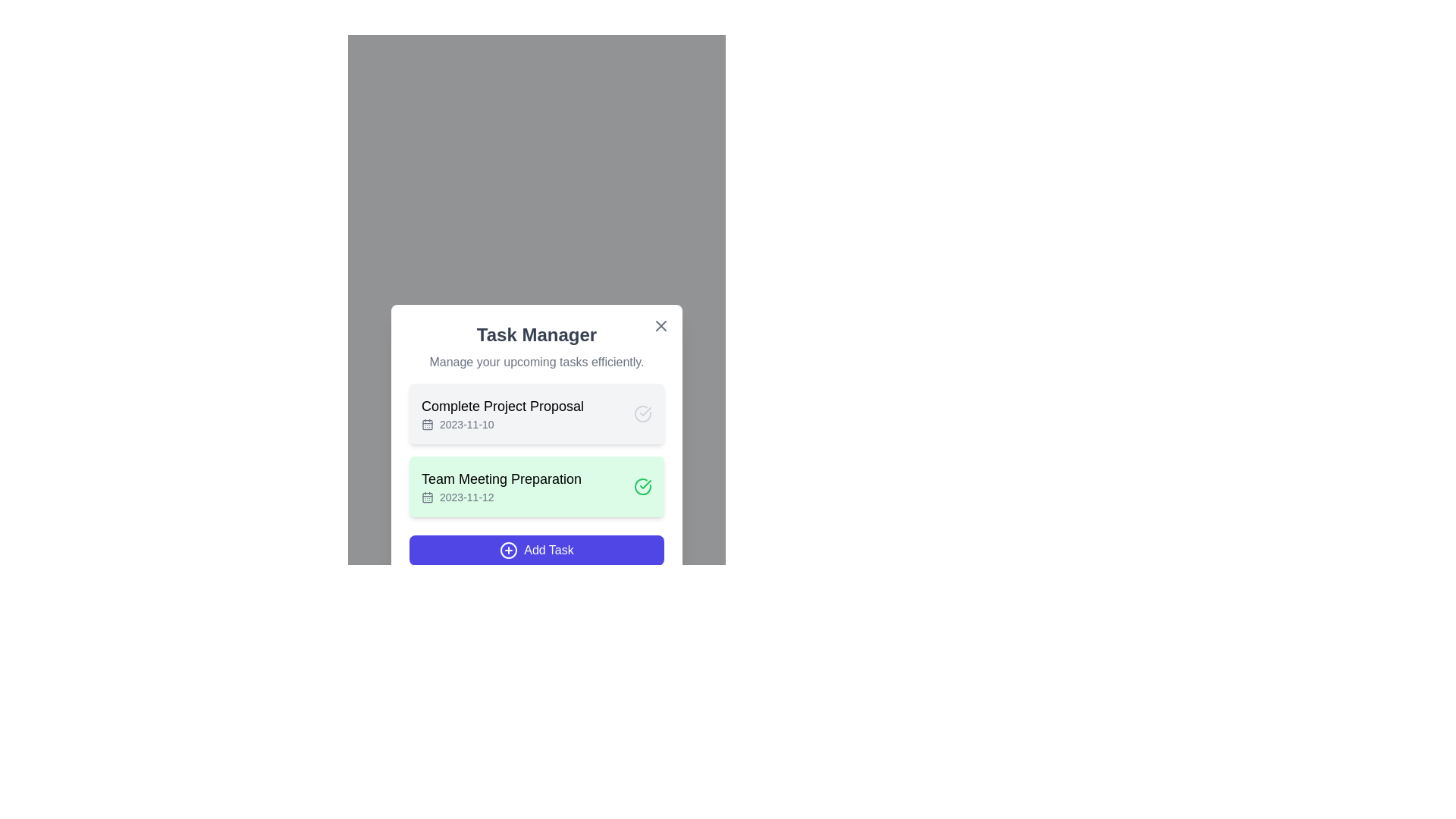 The image size is (1456, 819). Describe the element at coordinates (427, 424) in the screenshot. I see `the graphical decoration within the calendar icon that indicates a specific state or feature, located in the first task item of the task list` at that location.